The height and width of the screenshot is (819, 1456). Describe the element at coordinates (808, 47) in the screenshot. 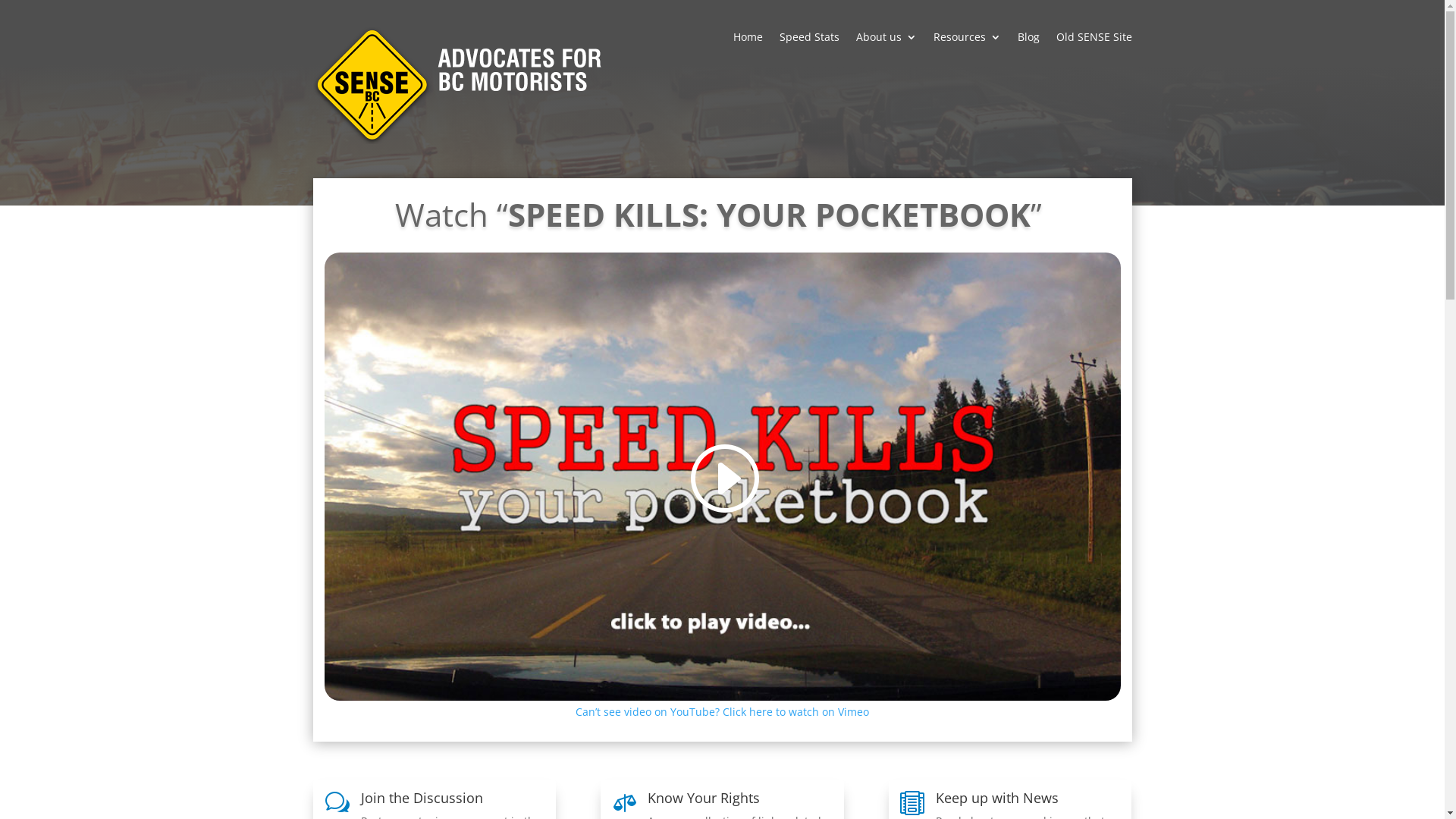

I see `'Speed Stats'` at that location.